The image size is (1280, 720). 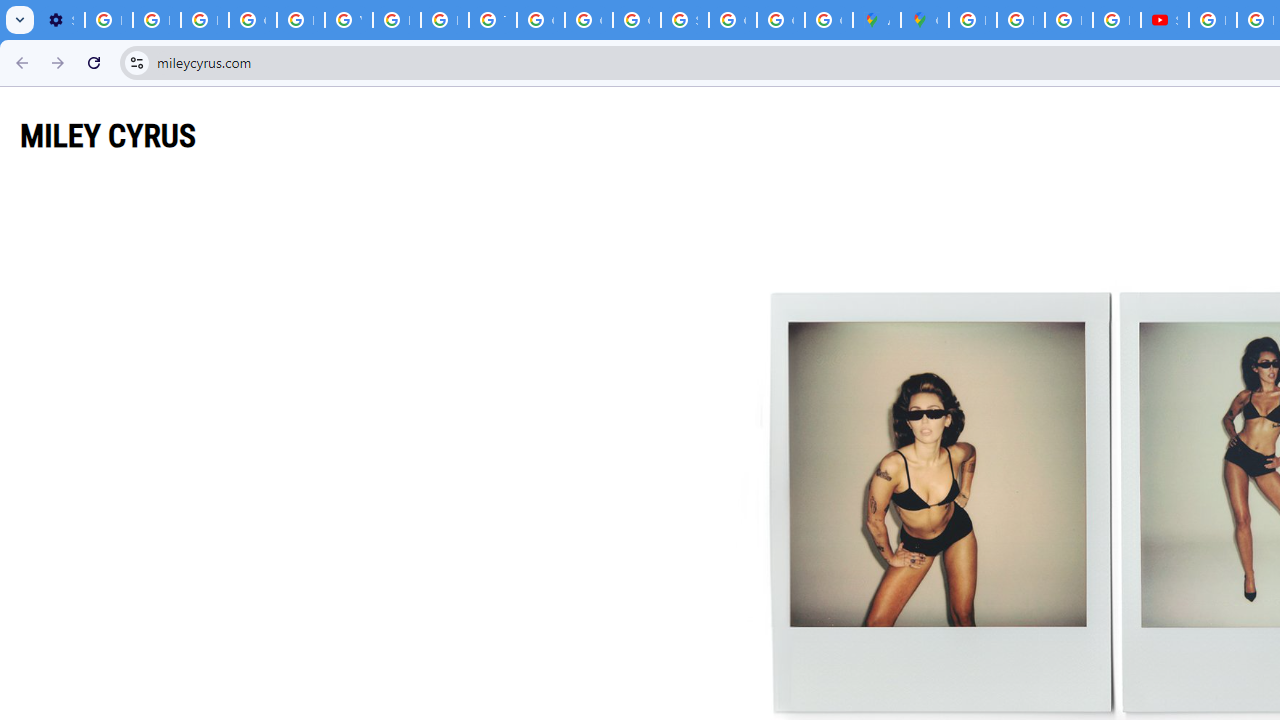 I want to click on 'How Chrome protects your passwords - Google Chrome Help', so click(x=1211, y=20).